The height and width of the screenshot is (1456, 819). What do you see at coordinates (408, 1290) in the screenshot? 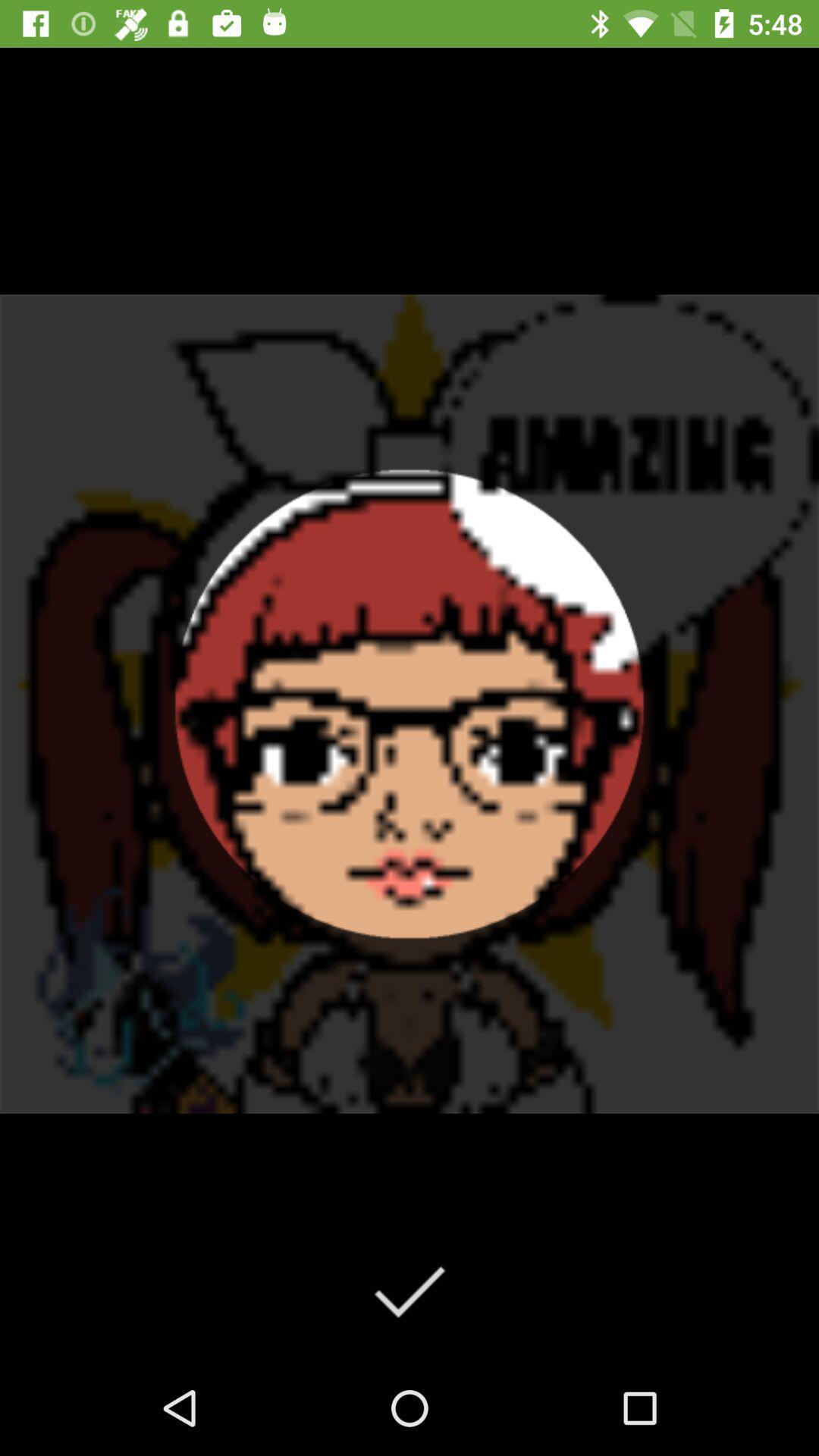
I see `confirm crop area` at bounding box center [408, 1290].